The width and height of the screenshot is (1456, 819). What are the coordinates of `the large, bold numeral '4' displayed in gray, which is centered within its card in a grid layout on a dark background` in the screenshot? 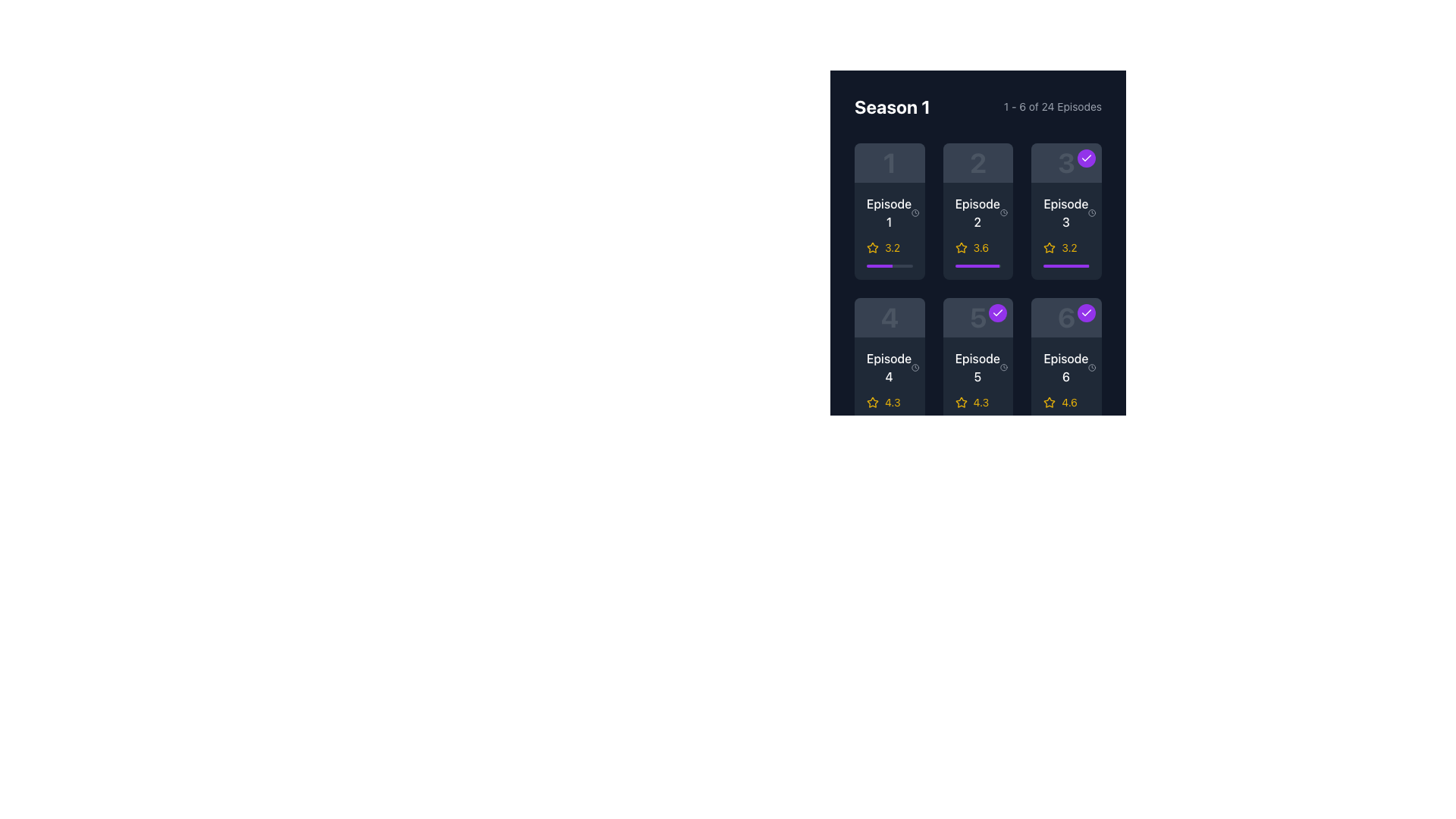 It's located at (890, 317).